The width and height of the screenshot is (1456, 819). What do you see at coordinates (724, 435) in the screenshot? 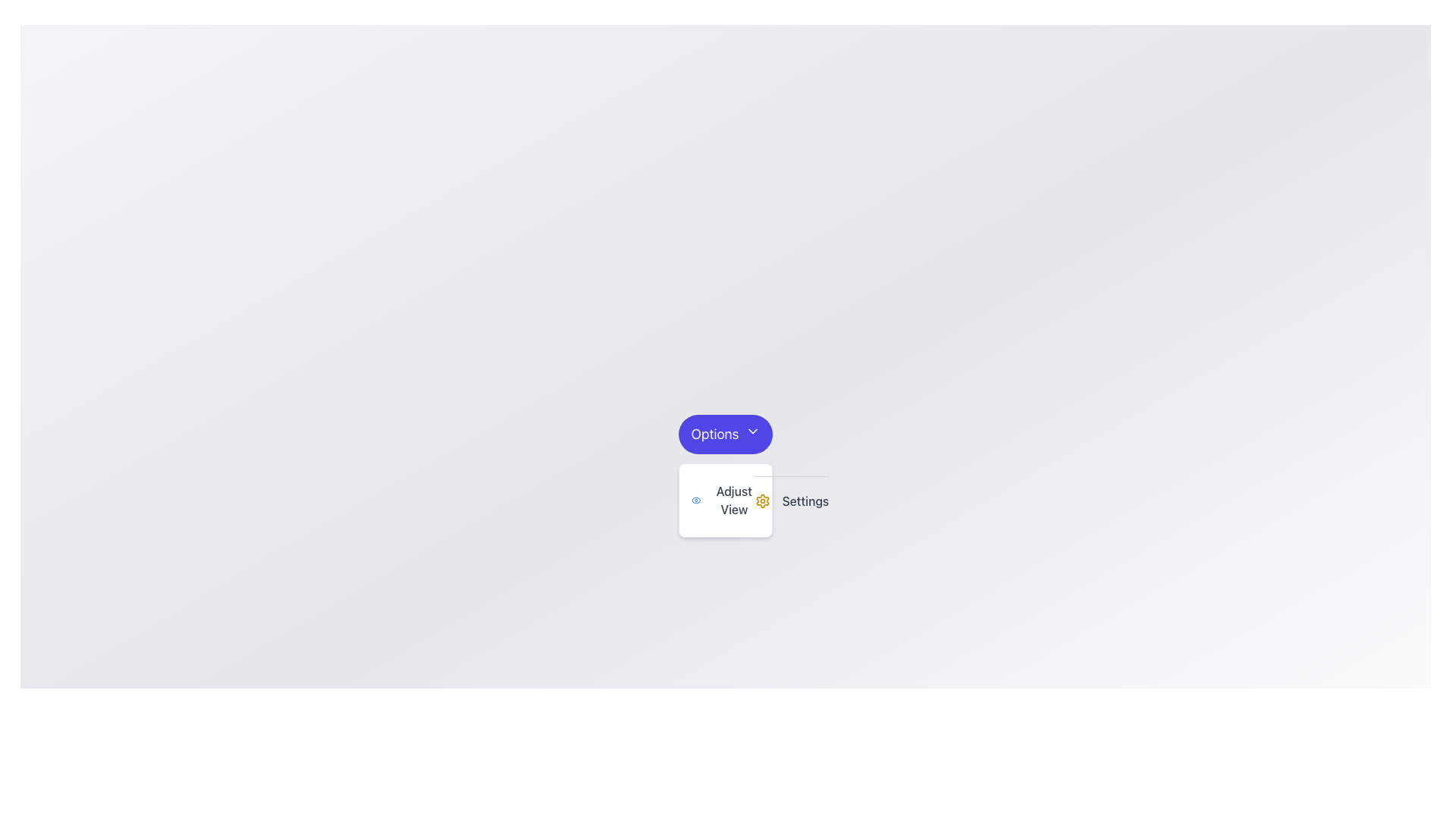
I see `the dropdown trigger button located centrally at the top of the dropdown menu` at bounding box center [724, 435].